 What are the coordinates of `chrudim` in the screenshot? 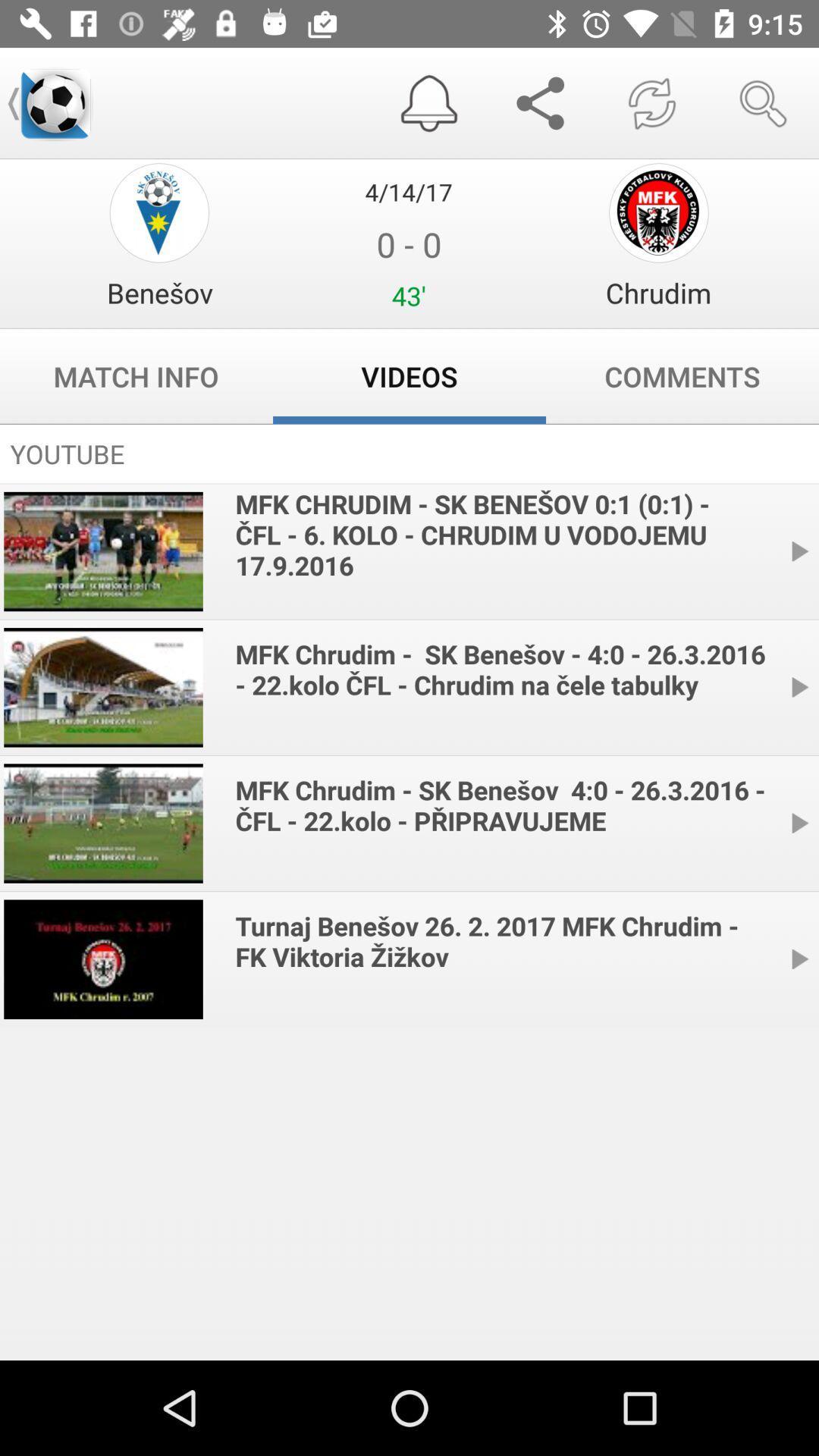 It's located at (657, 212).